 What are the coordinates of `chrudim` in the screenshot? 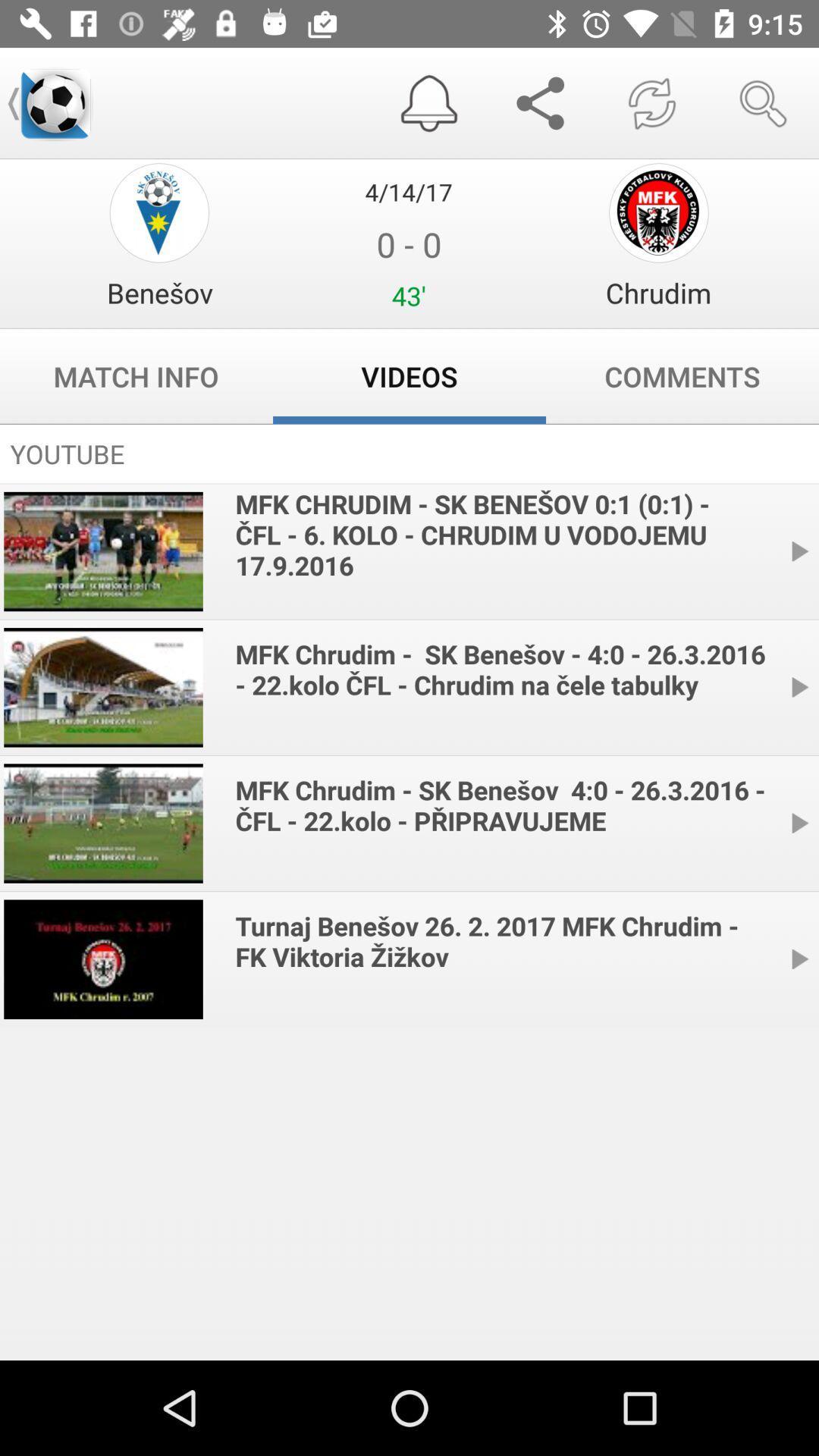 It's located at (657, 212).